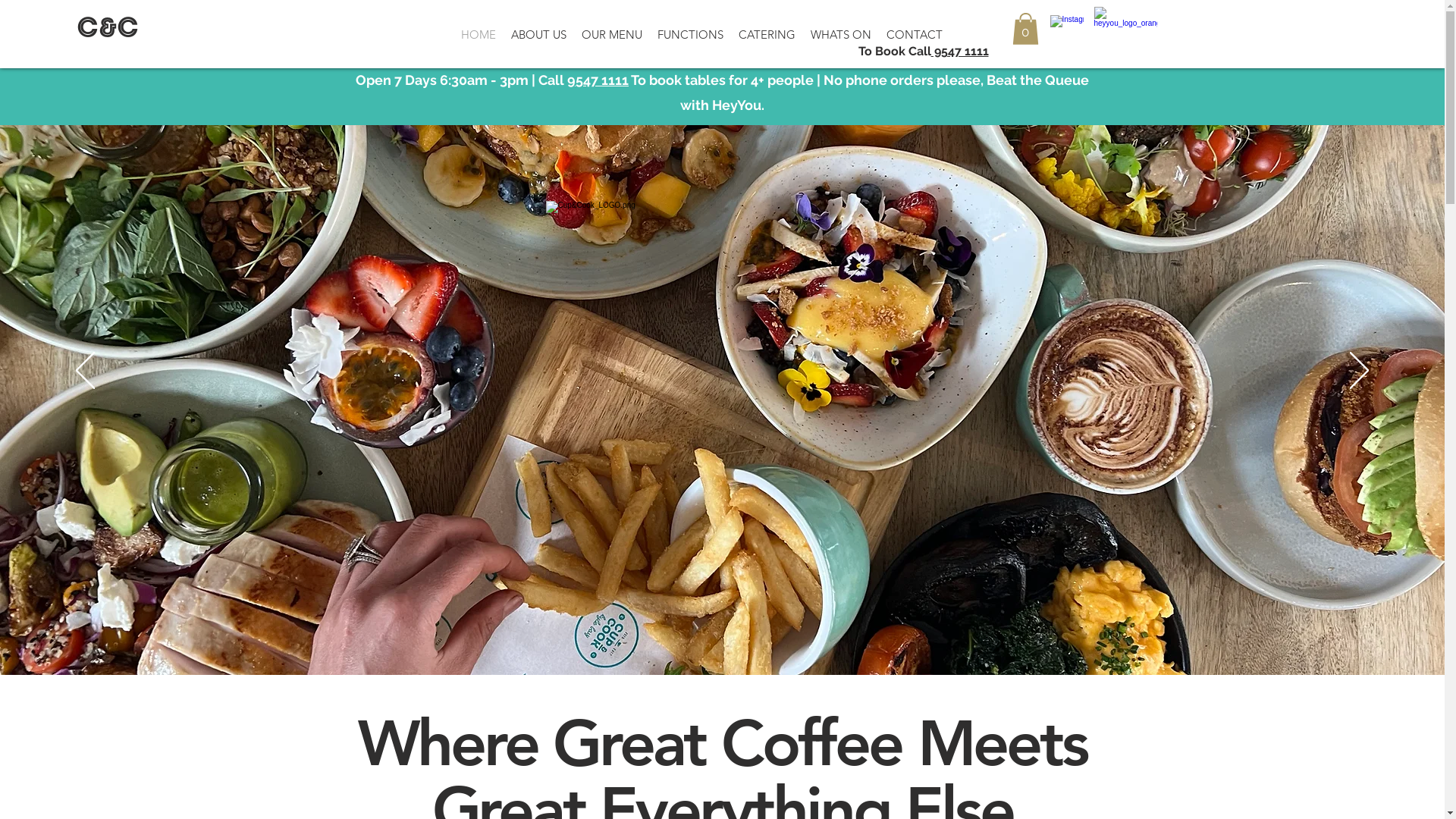 The image size is (1456, 819). I want to click on 'CONTACT', so click(878, 34).